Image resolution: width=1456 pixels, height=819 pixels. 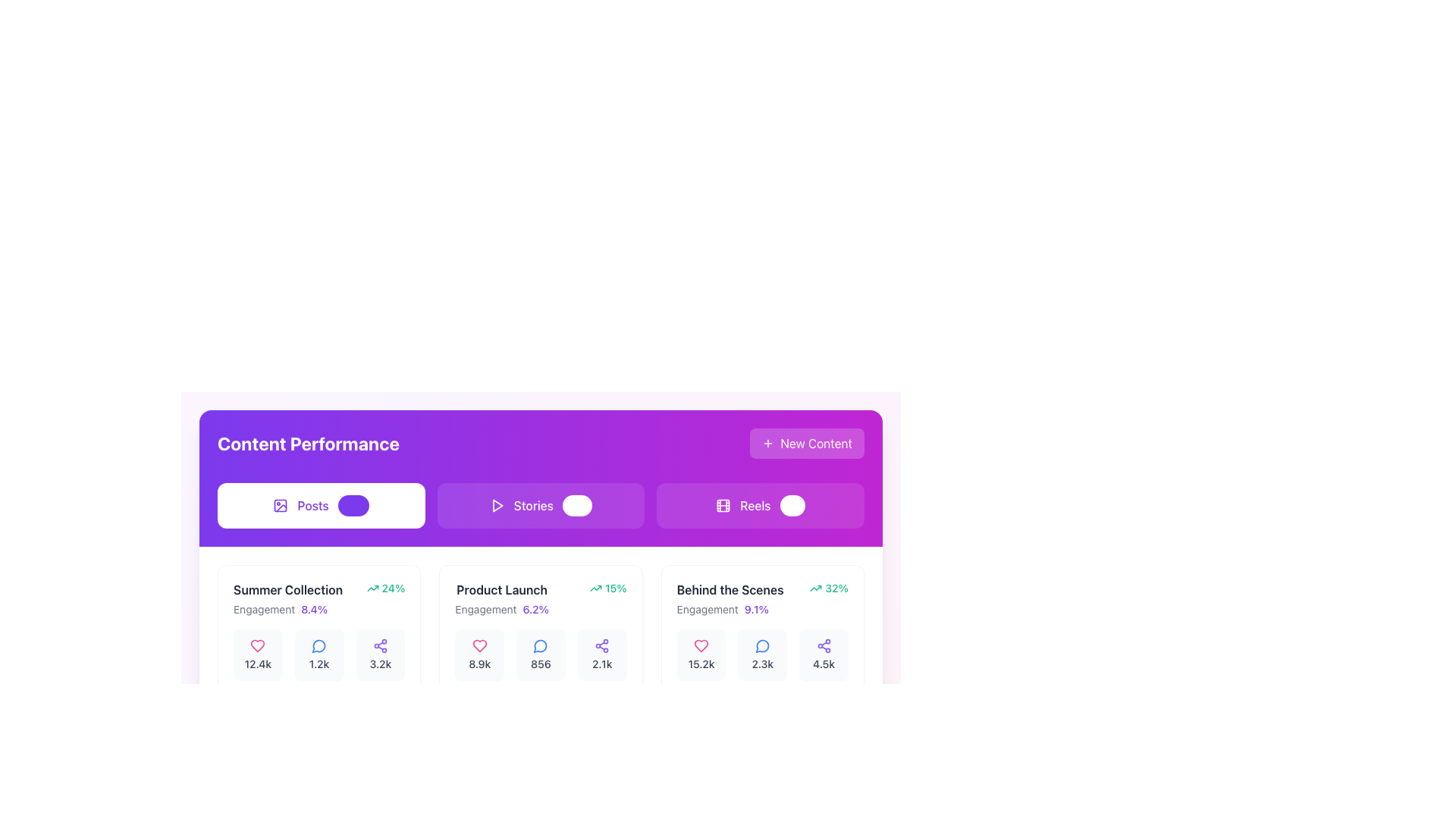 What do you see at coordinates (730, 608) in the screenshot?
I see `information displayed in the 'Engagement' text display showing '9.1%' located within the 'Behind the Scenes' card` at bounding box center [730, 608].